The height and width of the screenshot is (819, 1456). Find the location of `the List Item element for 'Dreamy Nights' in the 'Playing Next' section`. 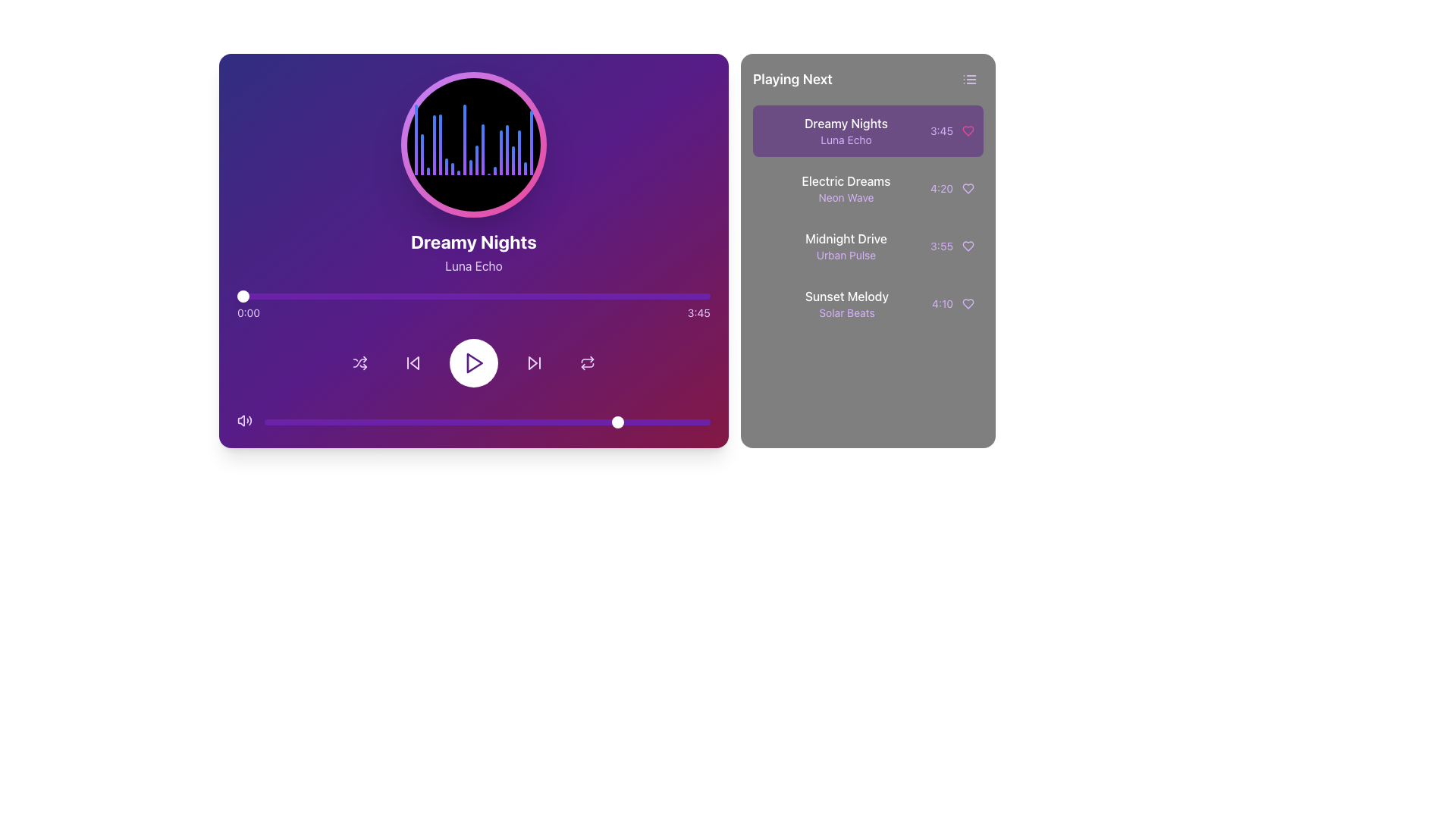

the List Item element for 'Dreamy Nights' in the 'Playing Next' section is located at coordinates (868, 130).